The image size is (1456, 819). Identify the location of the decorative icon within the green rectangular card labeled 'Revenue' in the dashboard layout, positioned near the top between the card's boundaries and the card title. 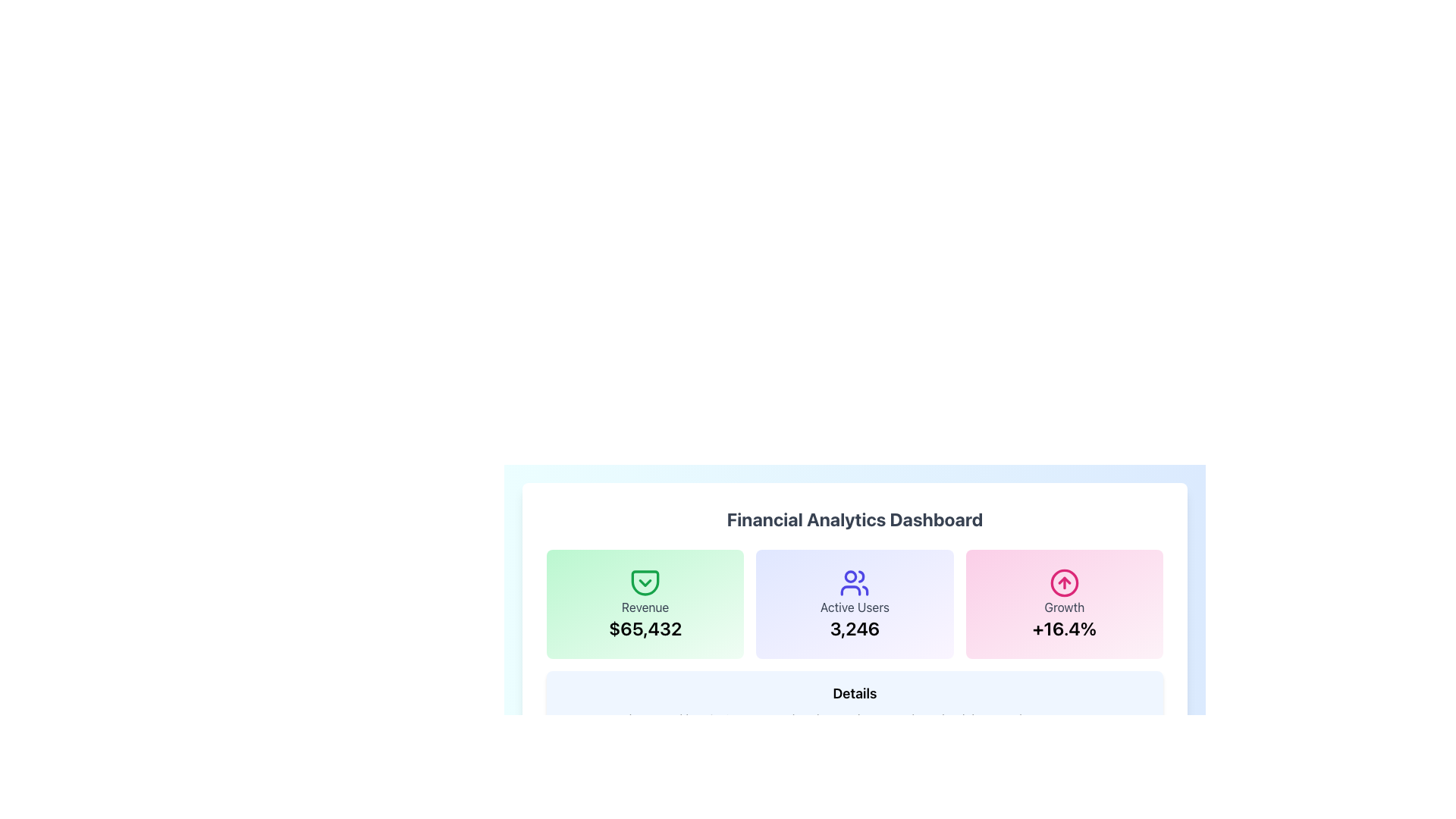
(645, 582).